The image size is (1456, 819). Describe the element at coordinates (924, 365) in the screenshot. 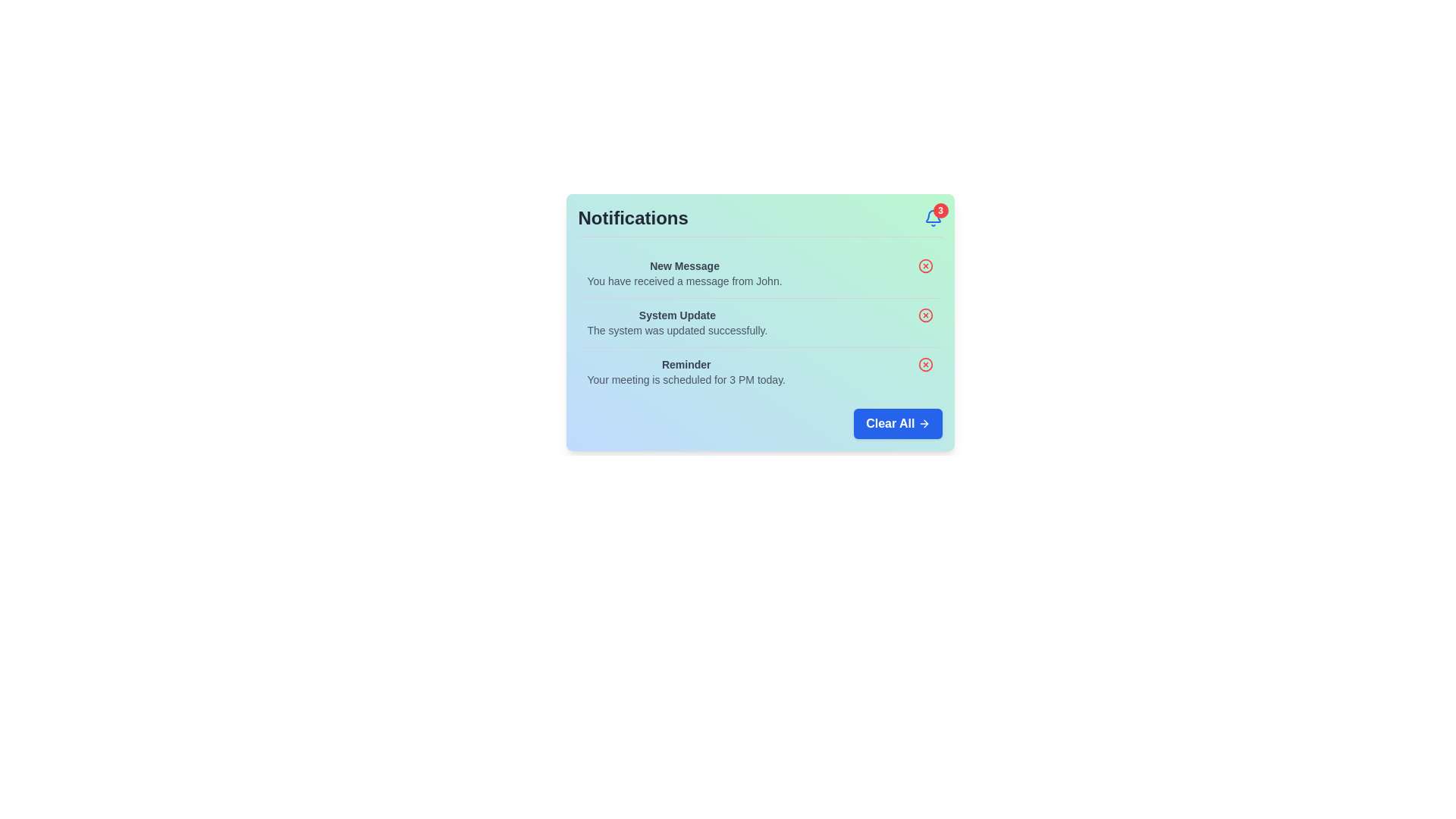

I see `the dismissal button located to the right of the notification text 'ReminderYour meeting is scheduled for 3 PM today.'` at that location.